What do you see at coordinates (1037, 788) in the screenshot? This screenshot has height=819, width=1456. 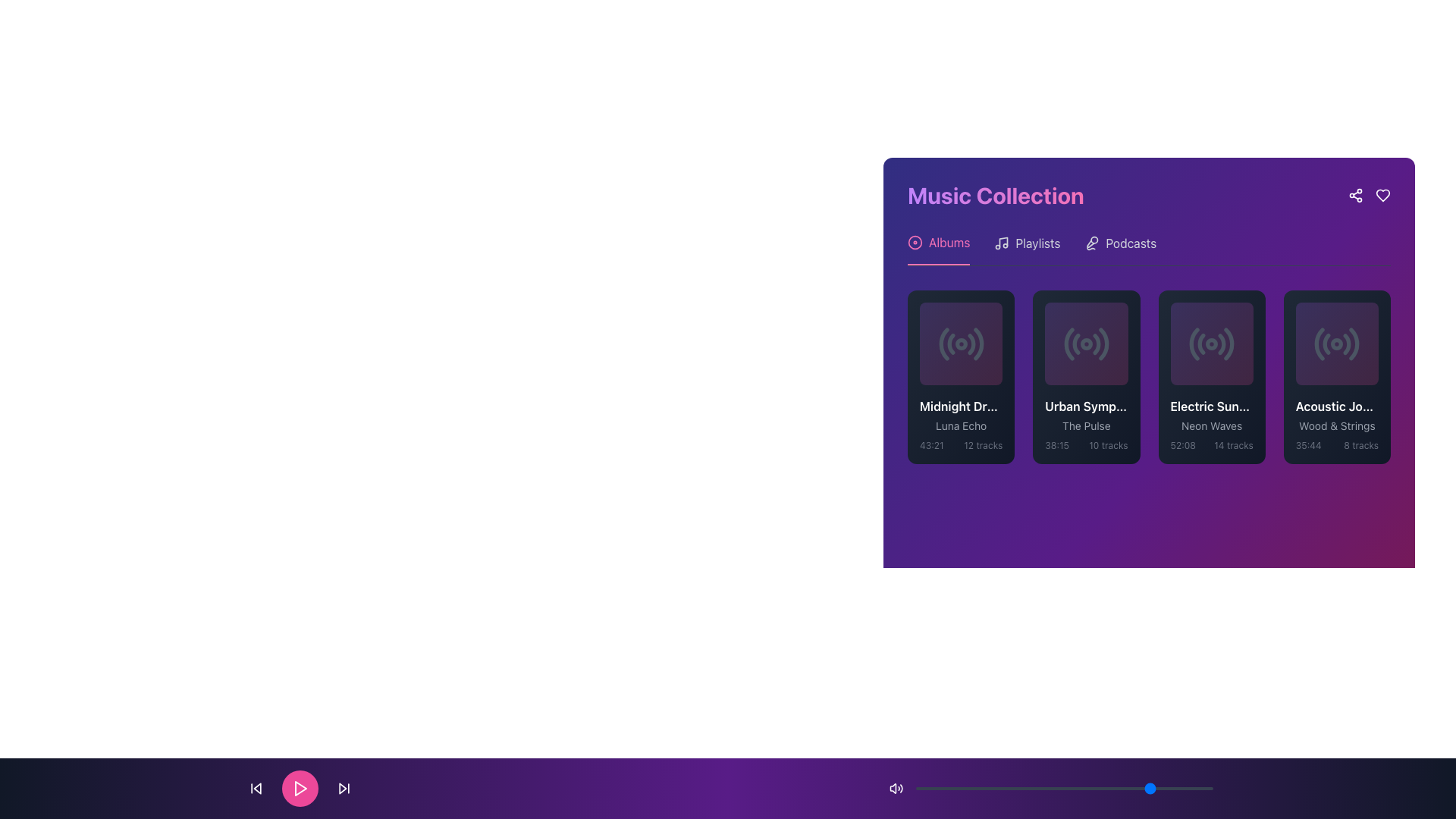 I see `the slider value` at bounding box center [1037, 788].